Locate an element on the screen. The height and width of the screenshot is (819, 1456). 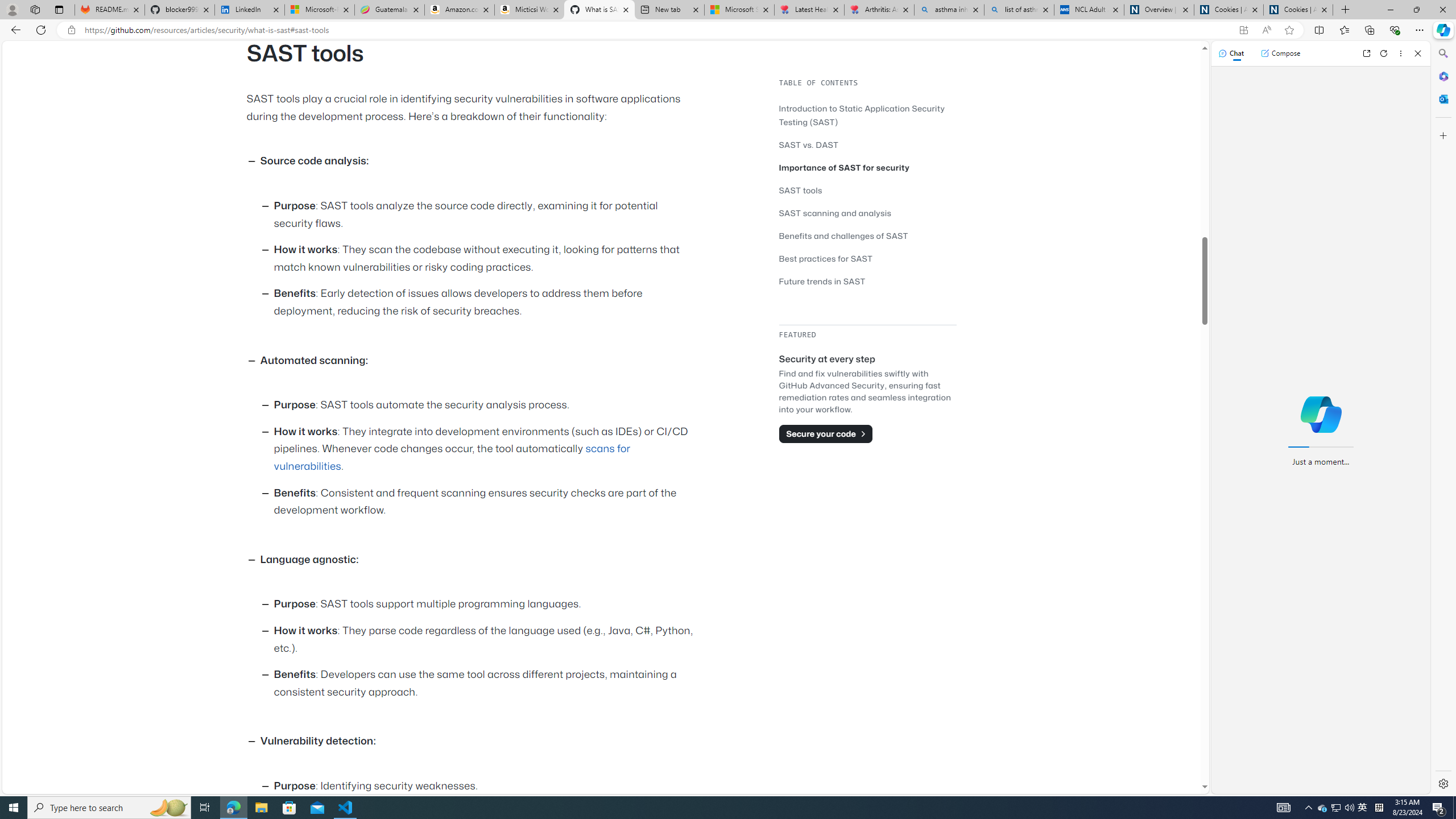
'NCL Adult Asthma Inhaler Choice Guideline' is located at coordinates (1088, 9).